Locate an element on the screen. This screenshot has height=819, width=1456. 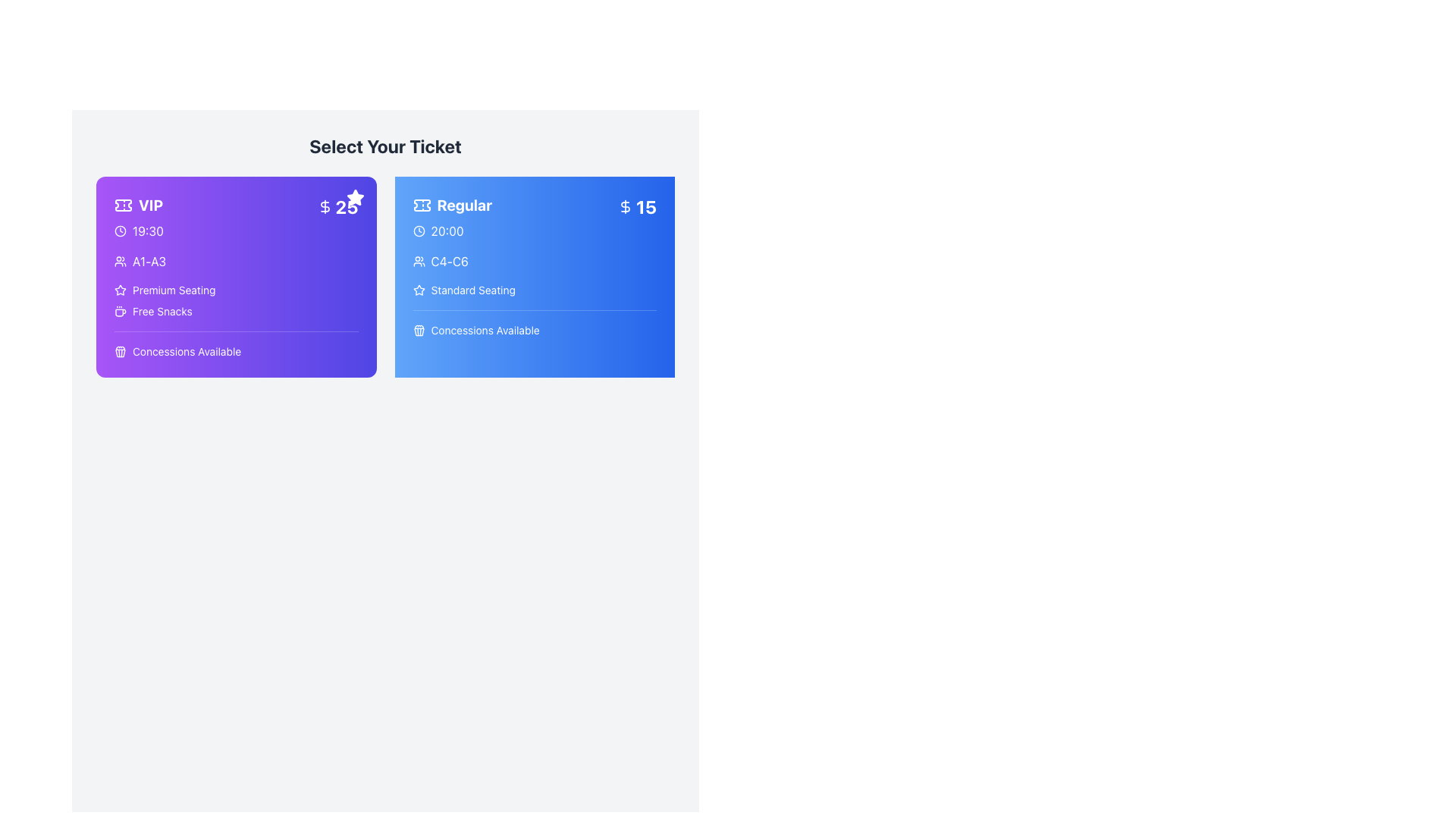
the small star-shaped icon in the top-right corner of the purple 'VIP' card is located at coordinates (354, 197).